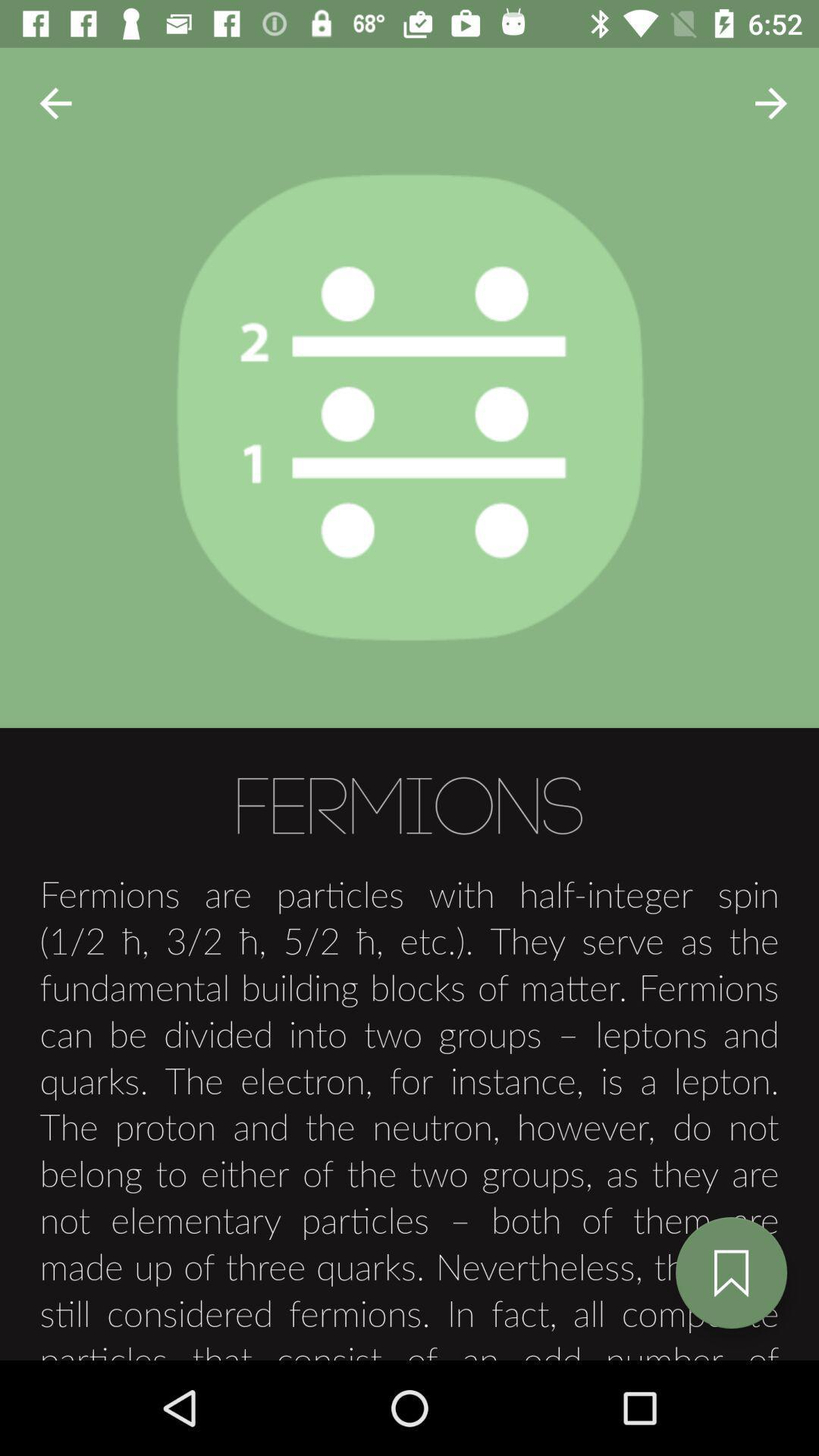  What do you see at coordinates (730, 1272) in the screenshot?
I see `the bookmark icon` at bounding box center [730, 1272].